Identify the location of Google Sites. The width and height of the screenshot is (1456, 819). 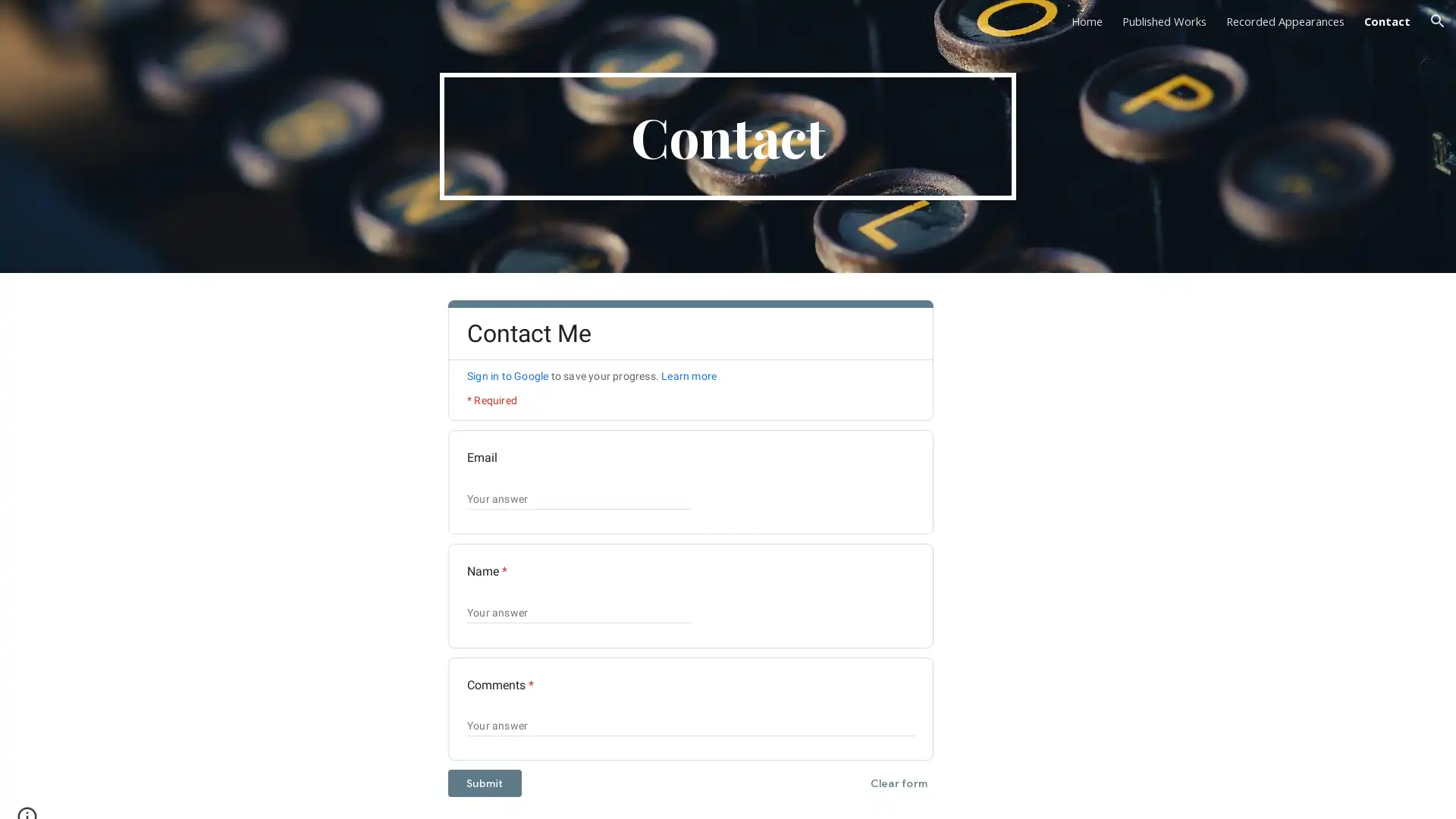
(73, 792).